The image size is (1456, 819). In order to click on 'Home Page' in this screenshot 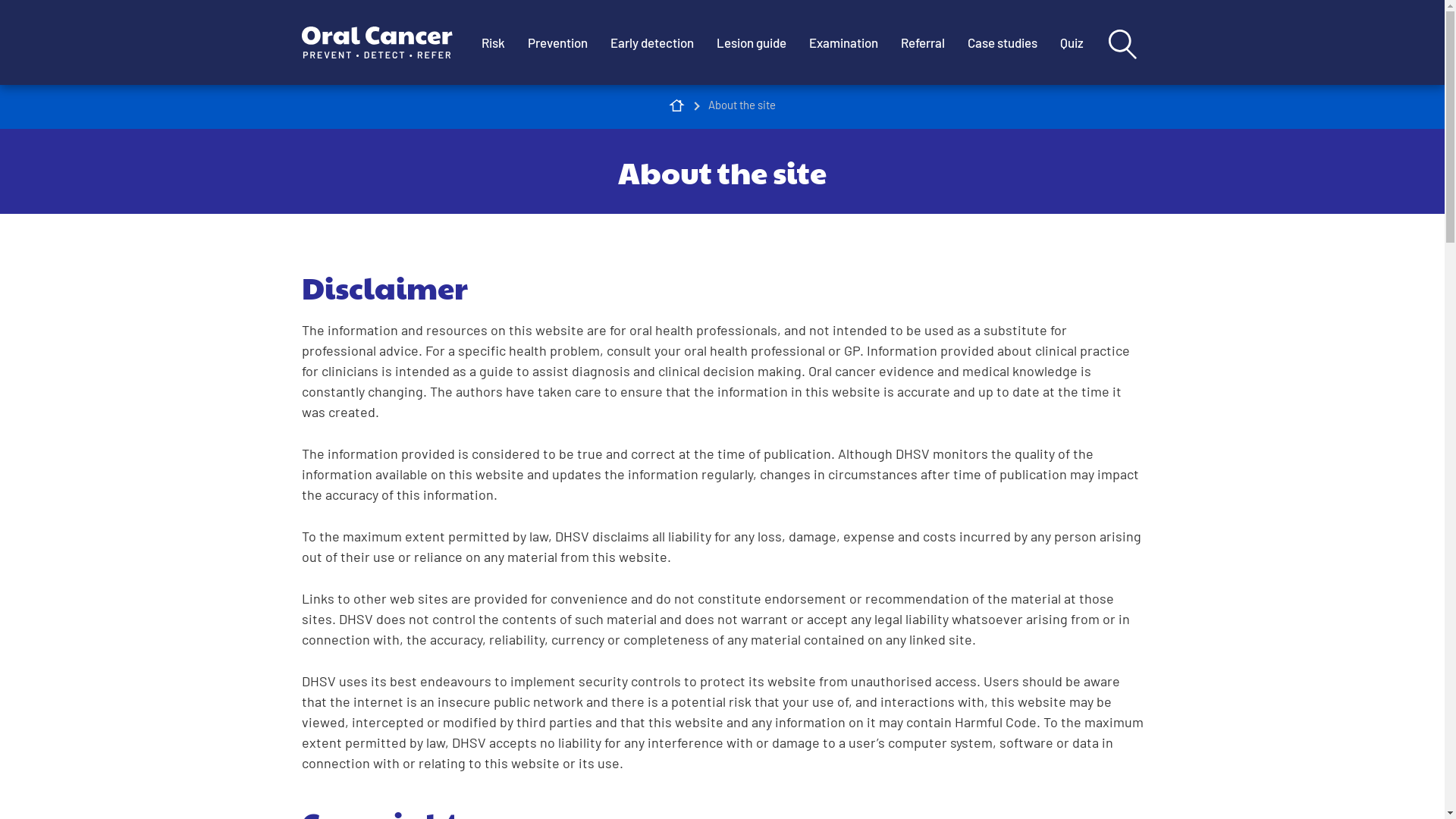, I will do `click(676, 104)`.